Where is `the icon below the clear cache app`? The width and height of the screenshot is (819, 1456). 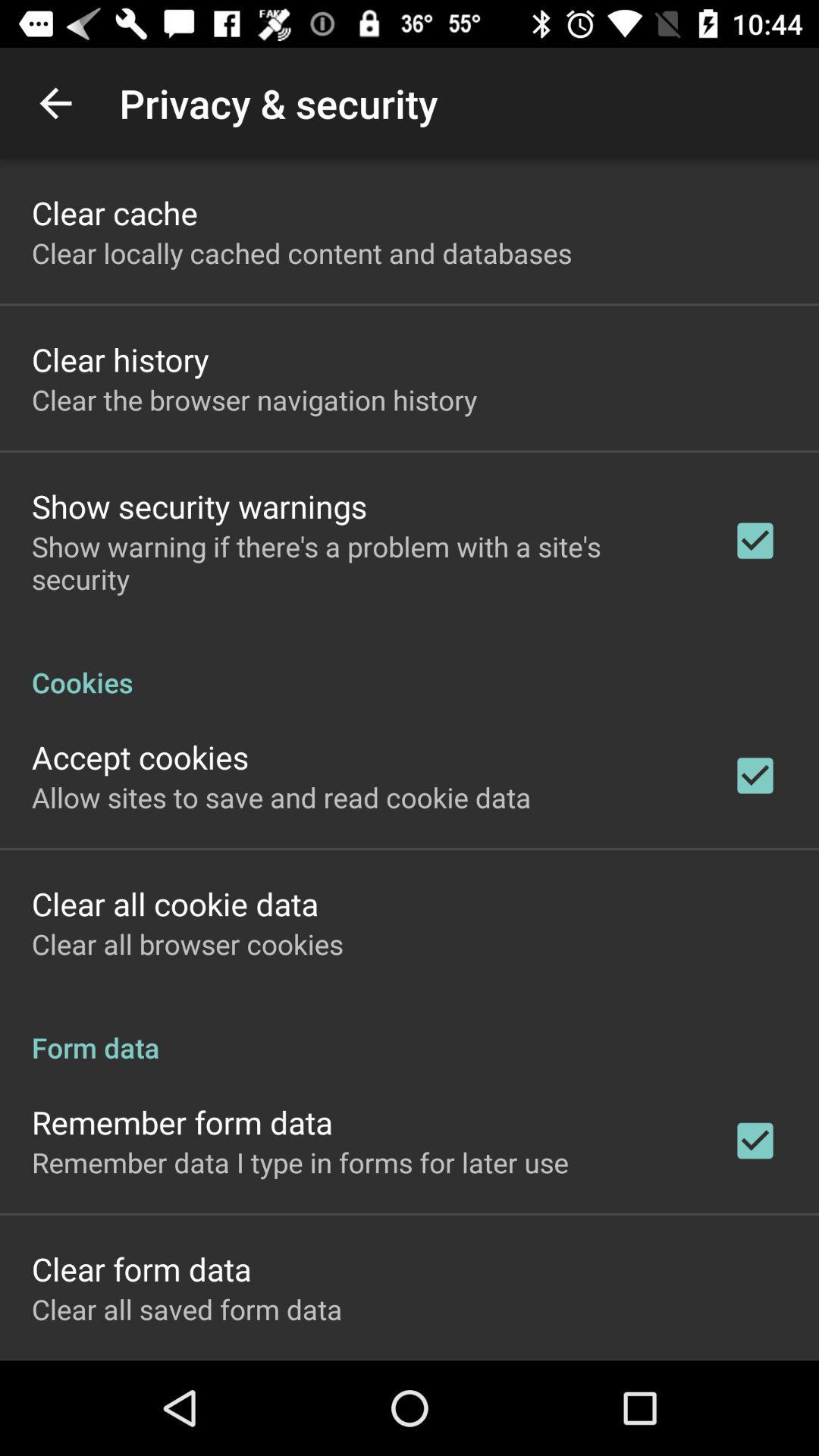
the icon below the clear cache app is located at coordinates (302, 253).